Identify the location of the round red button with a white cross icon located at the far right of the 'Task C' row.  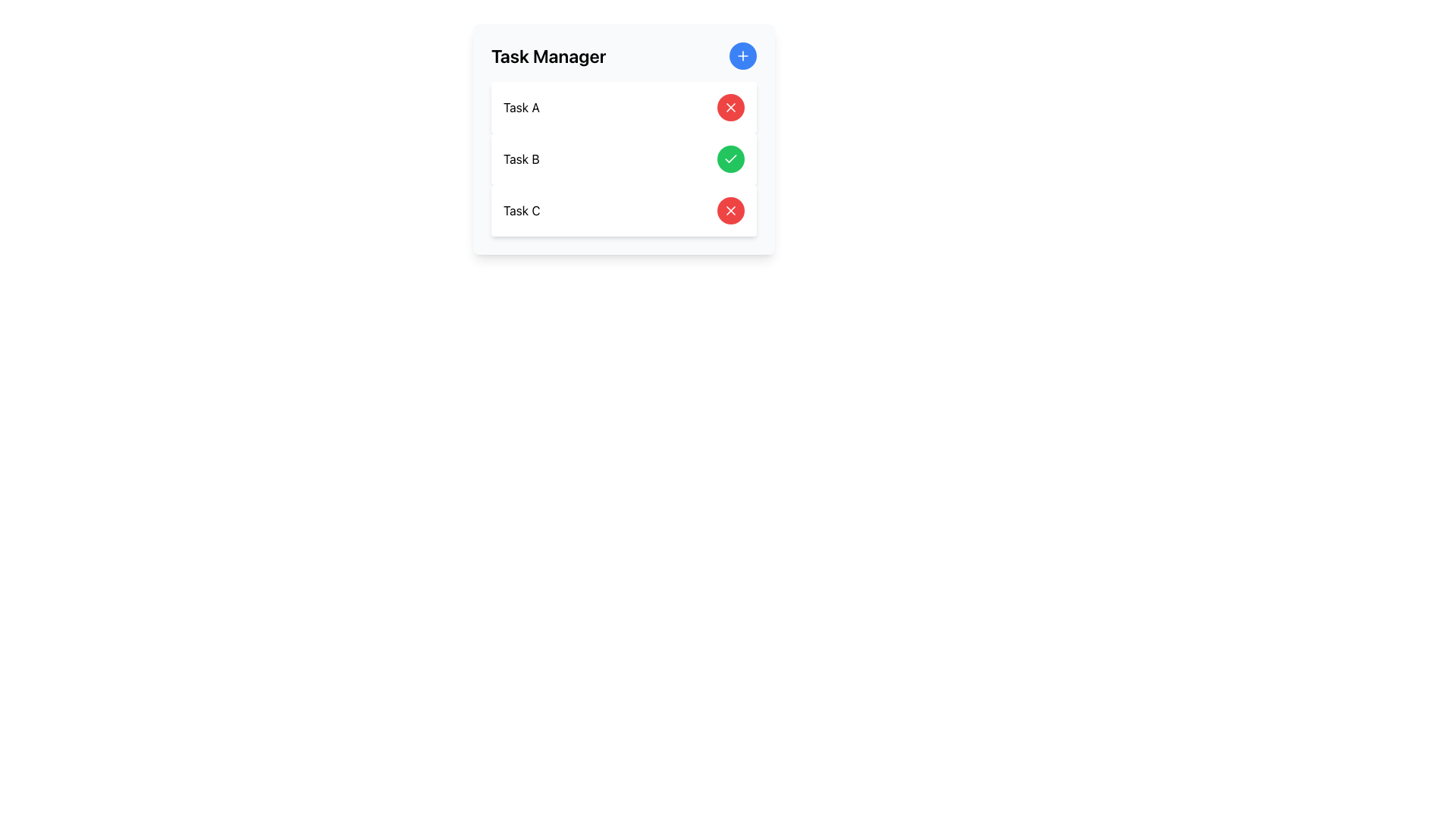
(731, 210).